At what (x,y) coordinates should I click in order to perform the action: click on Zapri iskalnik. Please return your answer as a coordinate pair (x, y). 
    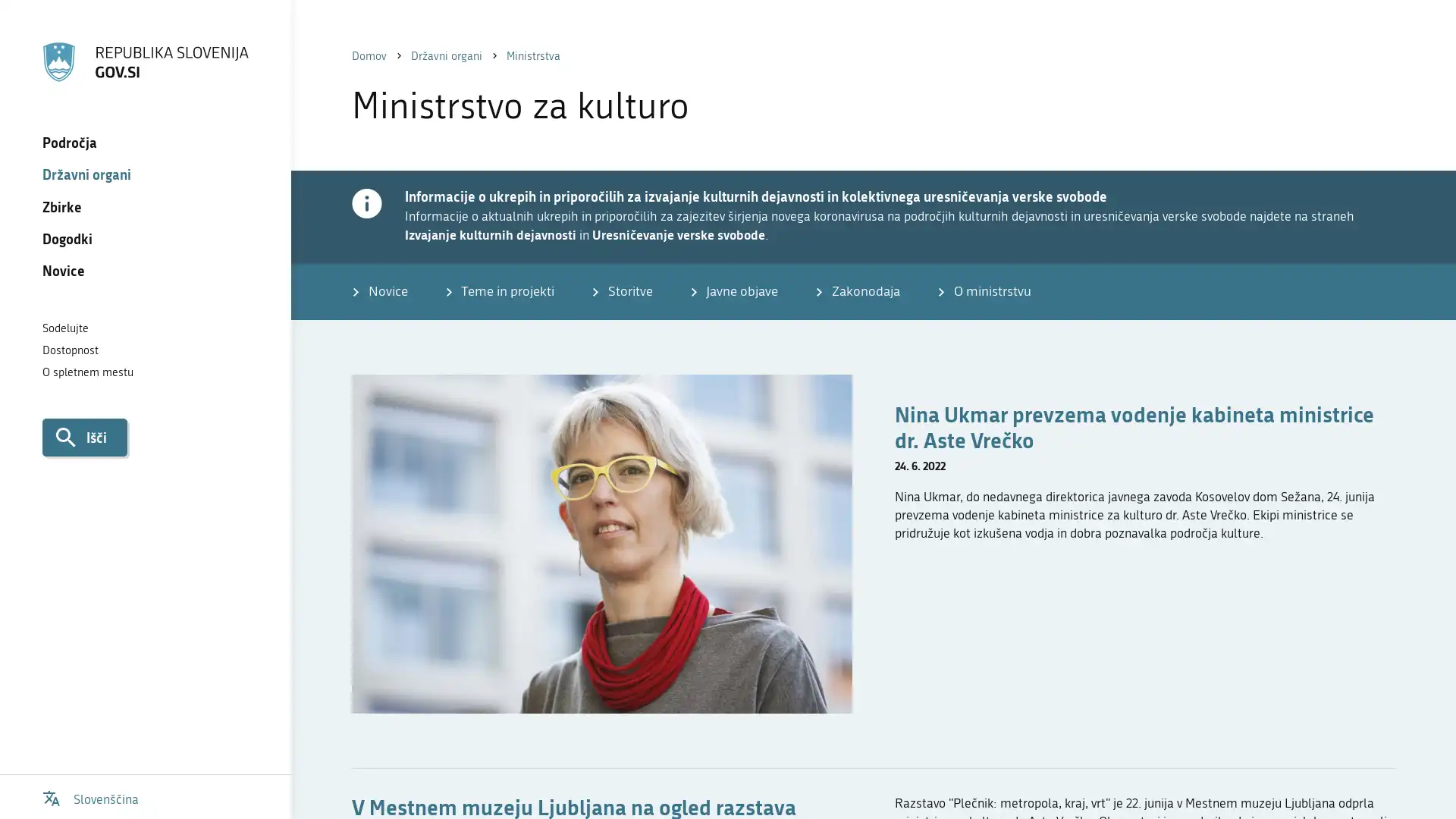
    Looking at the image, I should click on (1411, 37).